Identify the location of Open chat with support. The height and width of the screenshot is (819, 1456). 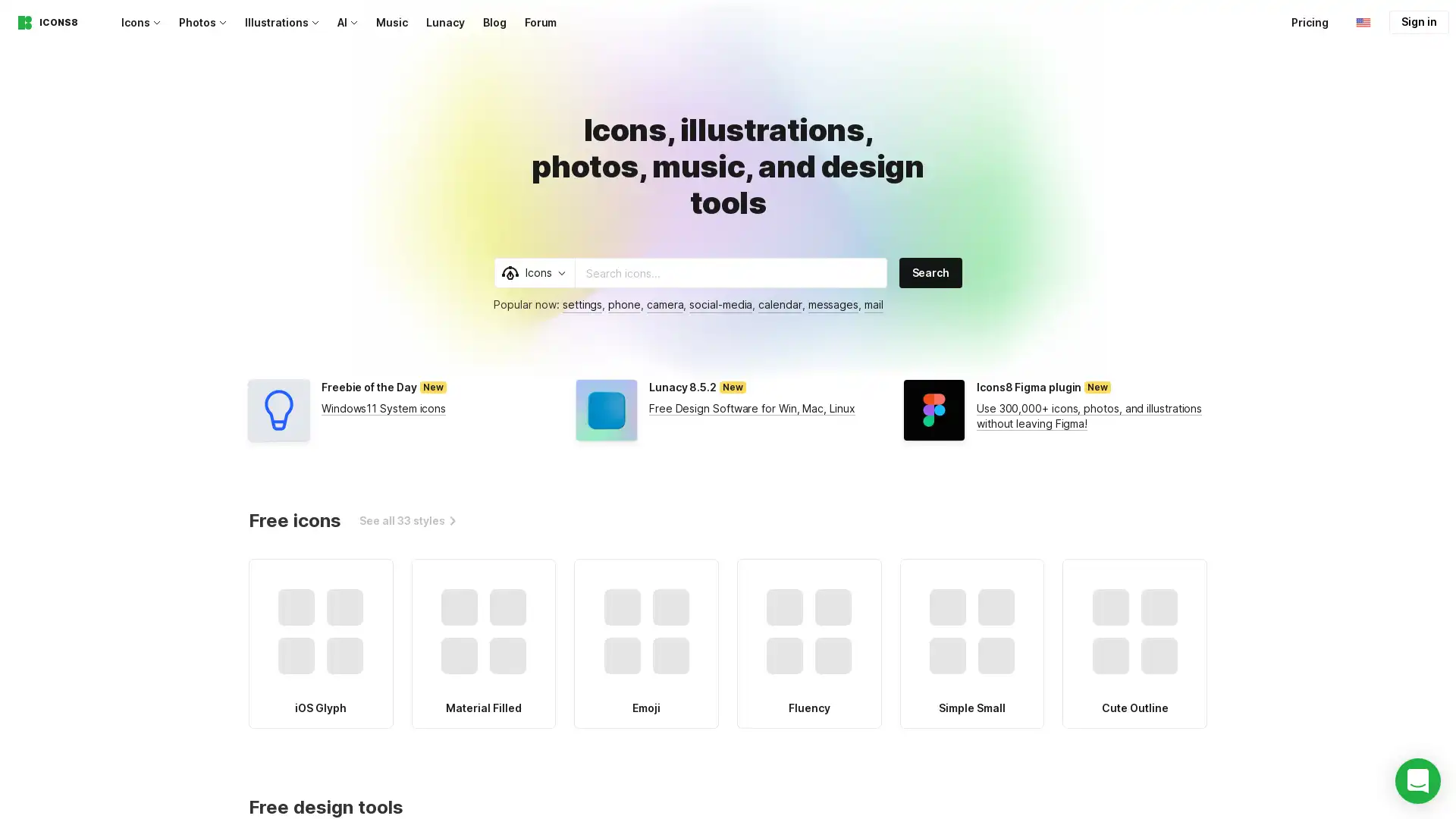
(1417, 780).